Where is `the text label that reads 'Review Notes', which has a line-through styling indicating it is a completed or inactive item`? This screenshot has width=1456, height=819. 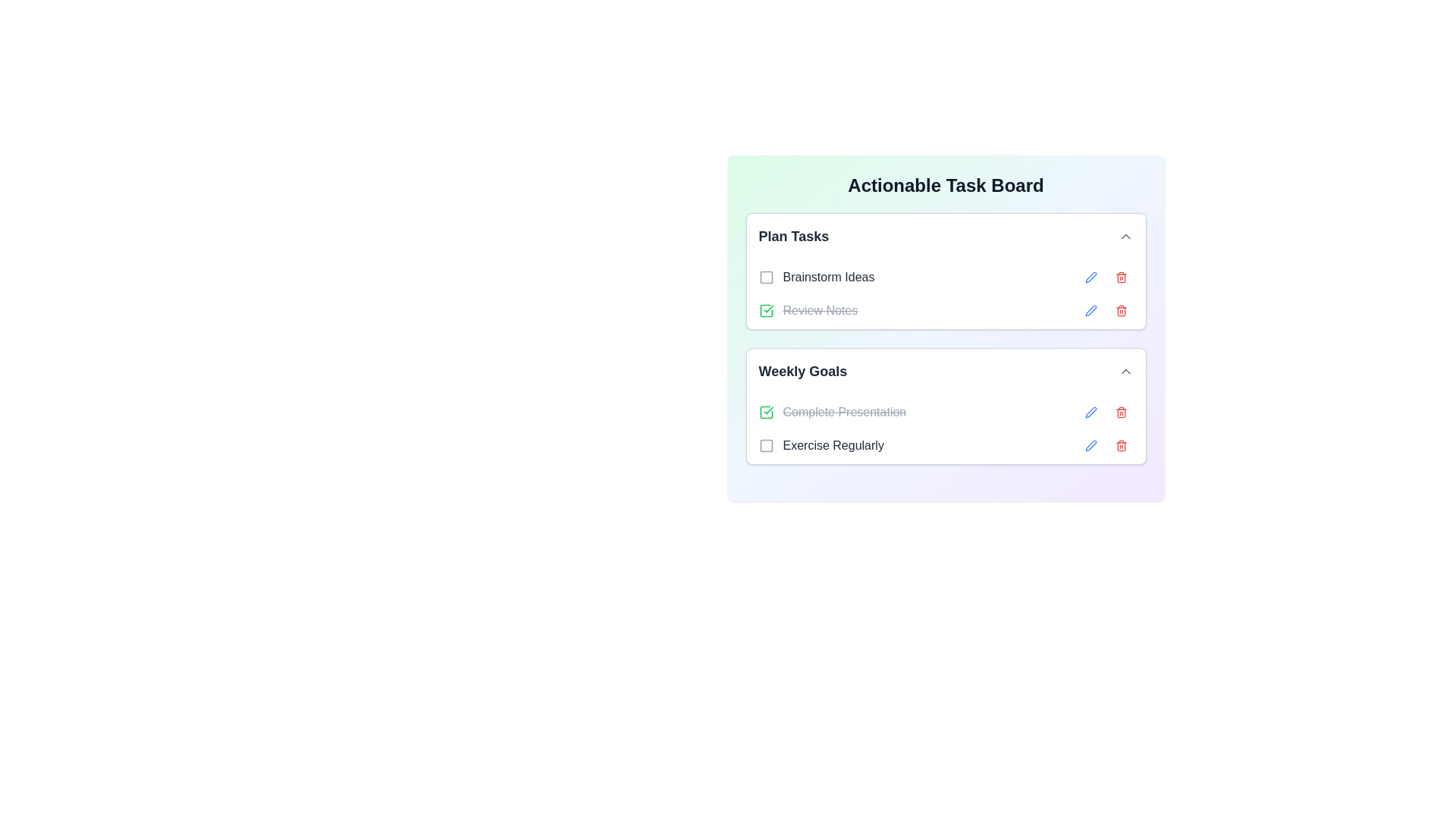
the text label that reads 'Review Notes', which has a line-through styling indicating it is a completed or inactive item is located at coordinates (819, 309).